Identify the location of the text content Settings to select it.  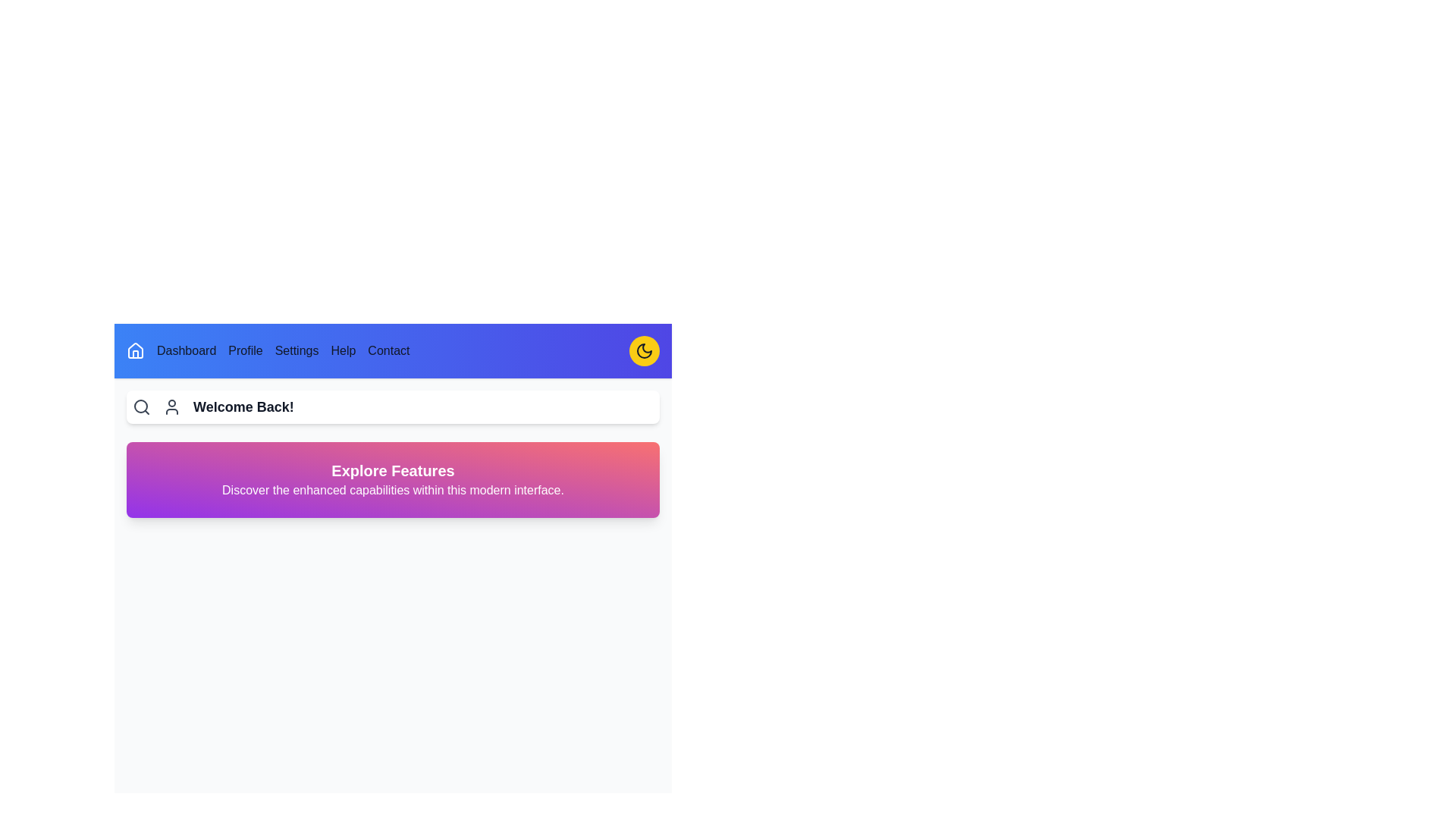
(297, 350).